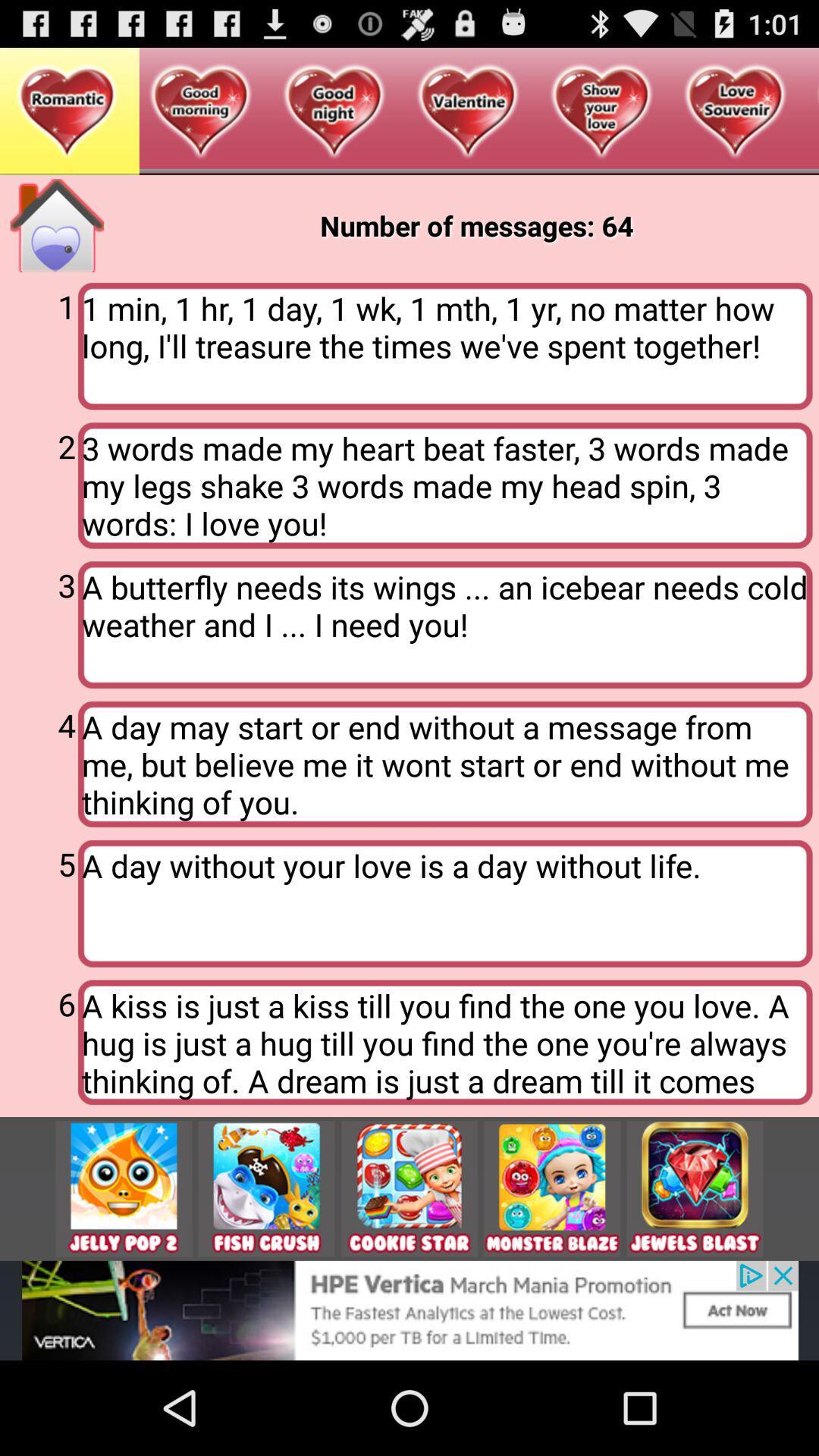 The height and width of the screenshot is (1456, 819). I want to click on click on advertisement, so click(409, 1188).